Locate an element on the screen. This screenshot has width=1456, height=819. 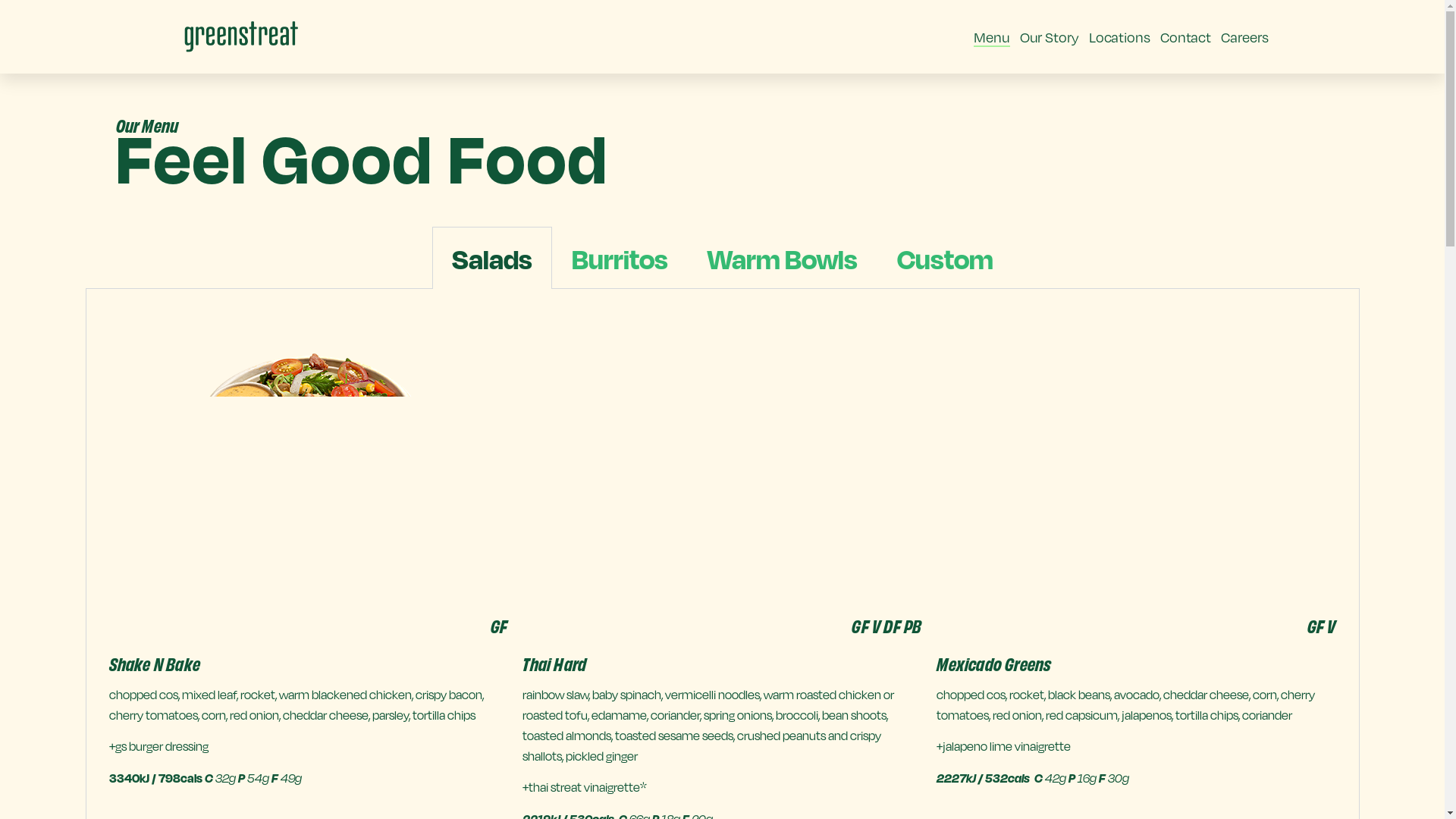
'Careers' is located at coordinates (1220, 36).